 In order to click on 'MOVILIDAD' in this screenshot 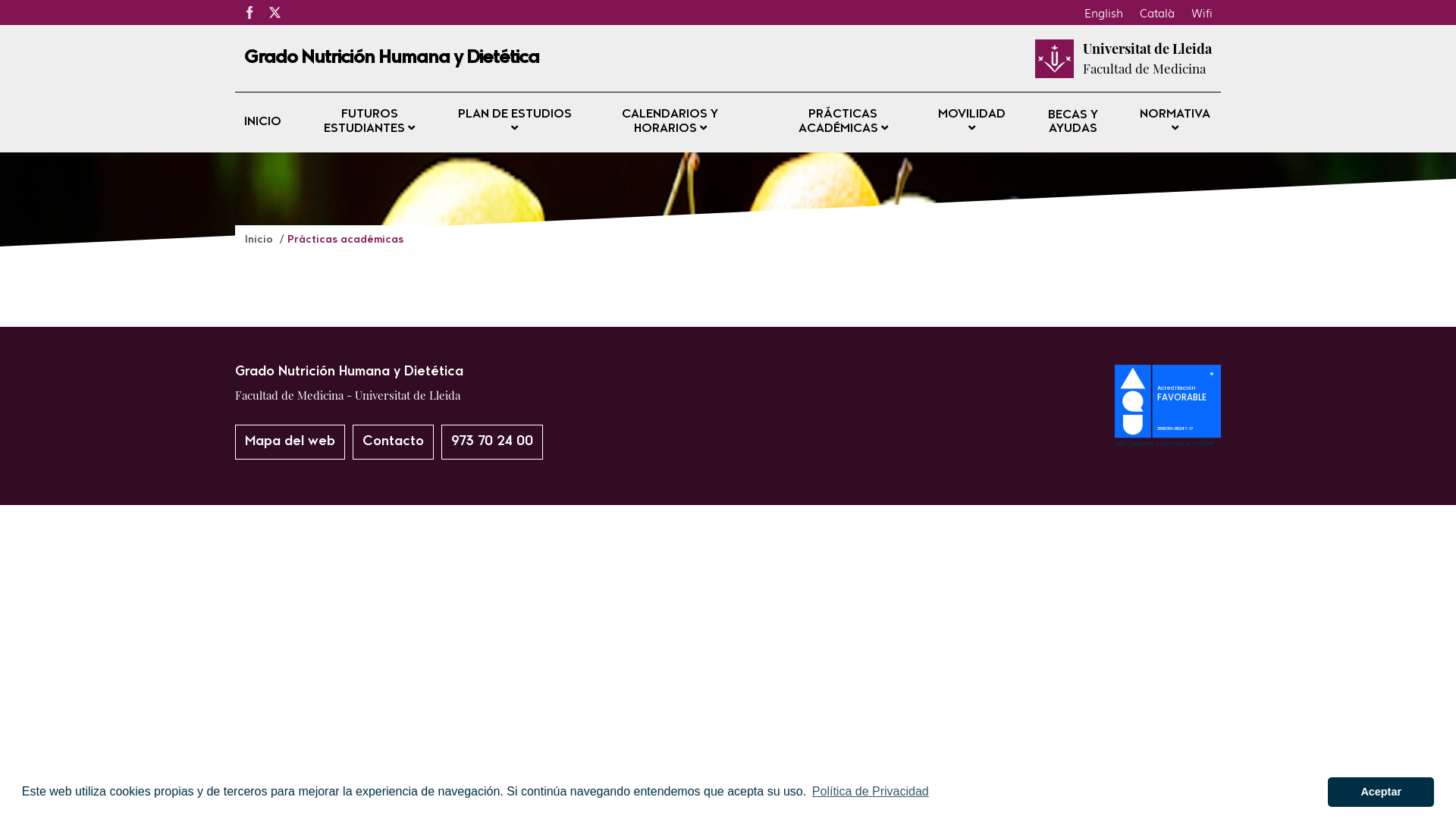, I will do `click(971, 121)`.